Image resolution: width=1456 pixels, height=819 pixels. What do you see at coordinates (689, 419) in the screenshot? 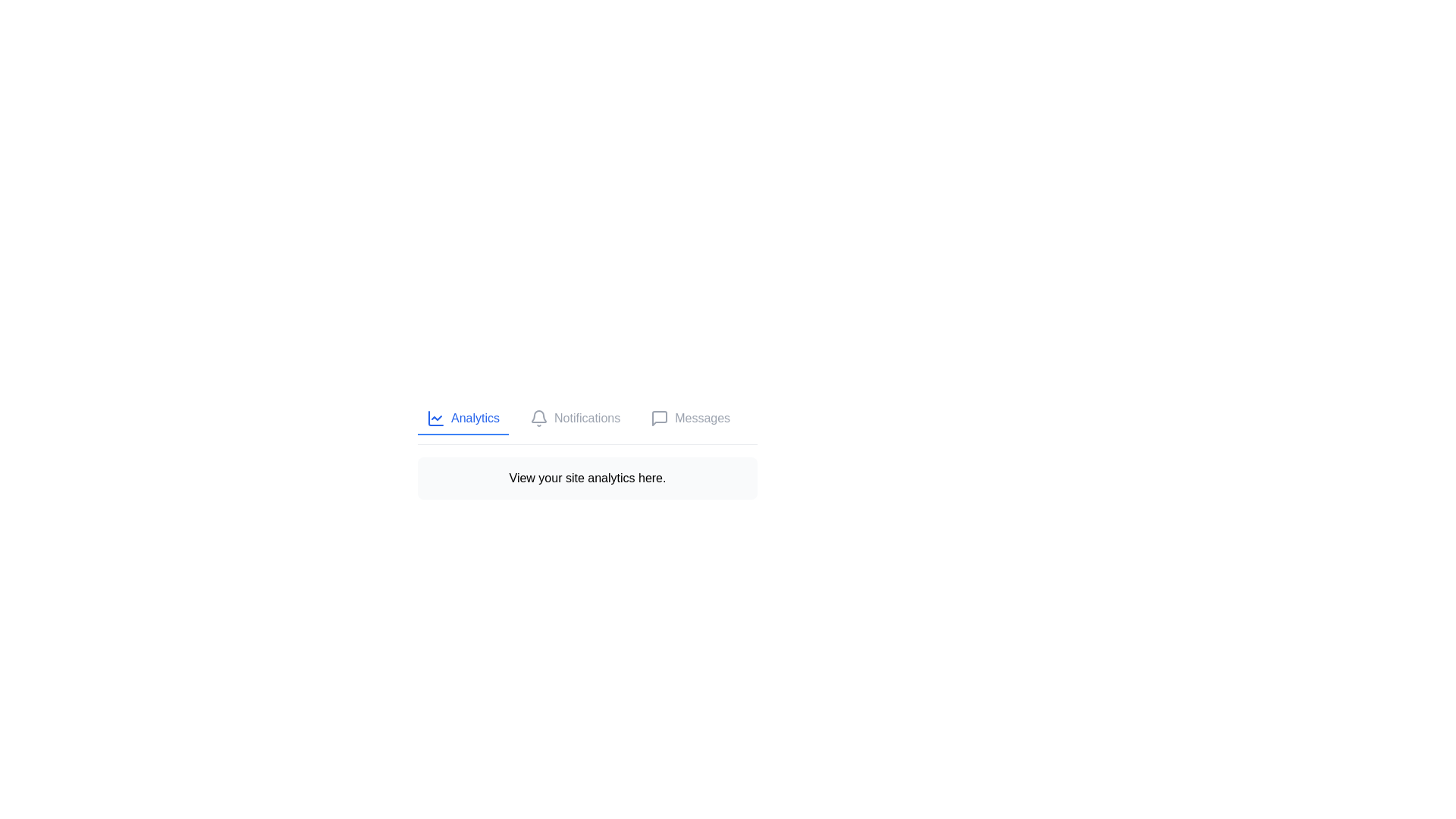
I see `the tab associated with Messages` at bounding box center [689, 419].